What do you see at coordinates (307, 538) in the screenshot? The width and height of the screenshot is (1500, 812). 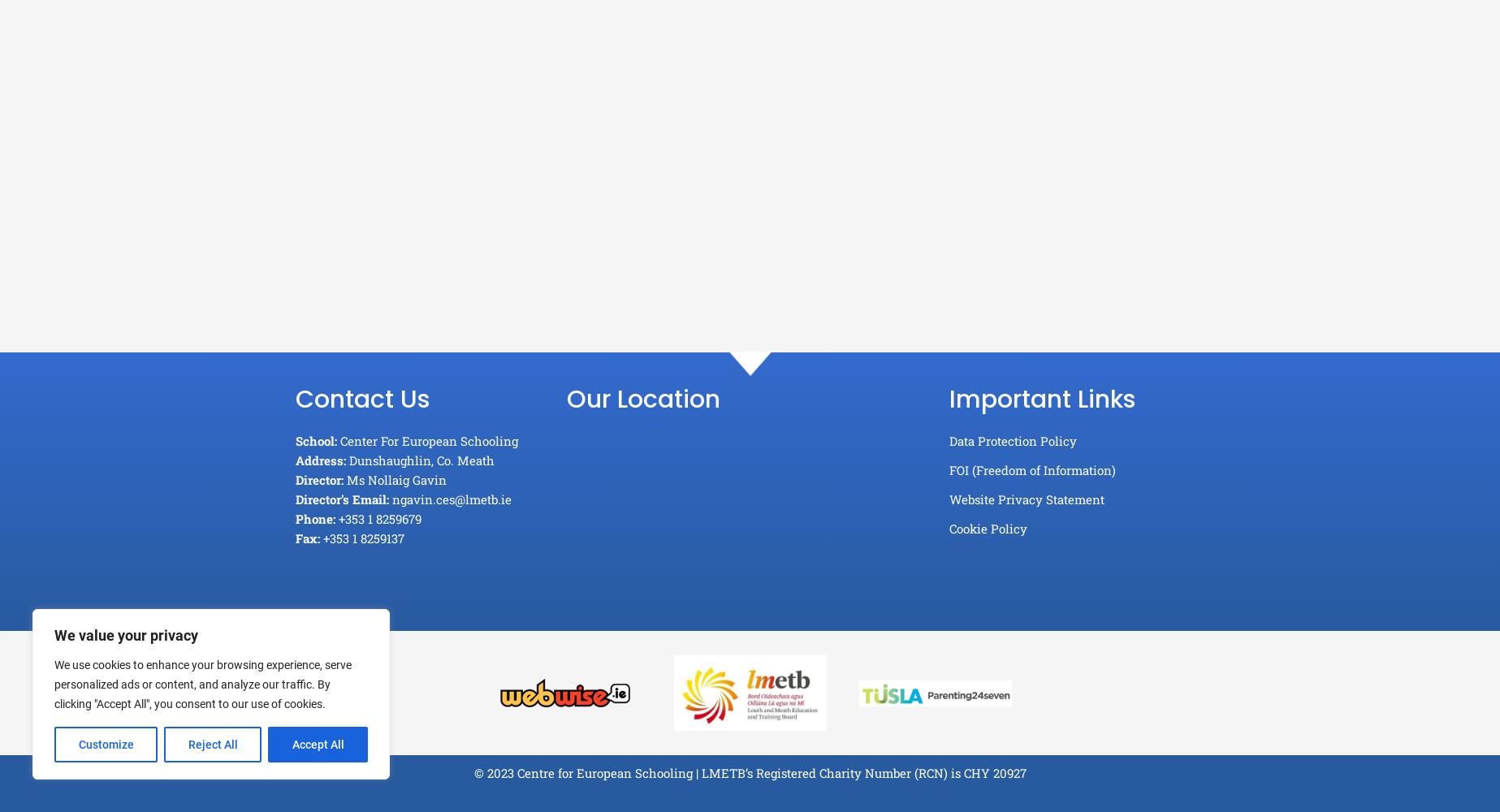 I see `'Fax:'` at bounding box center [307, 538].